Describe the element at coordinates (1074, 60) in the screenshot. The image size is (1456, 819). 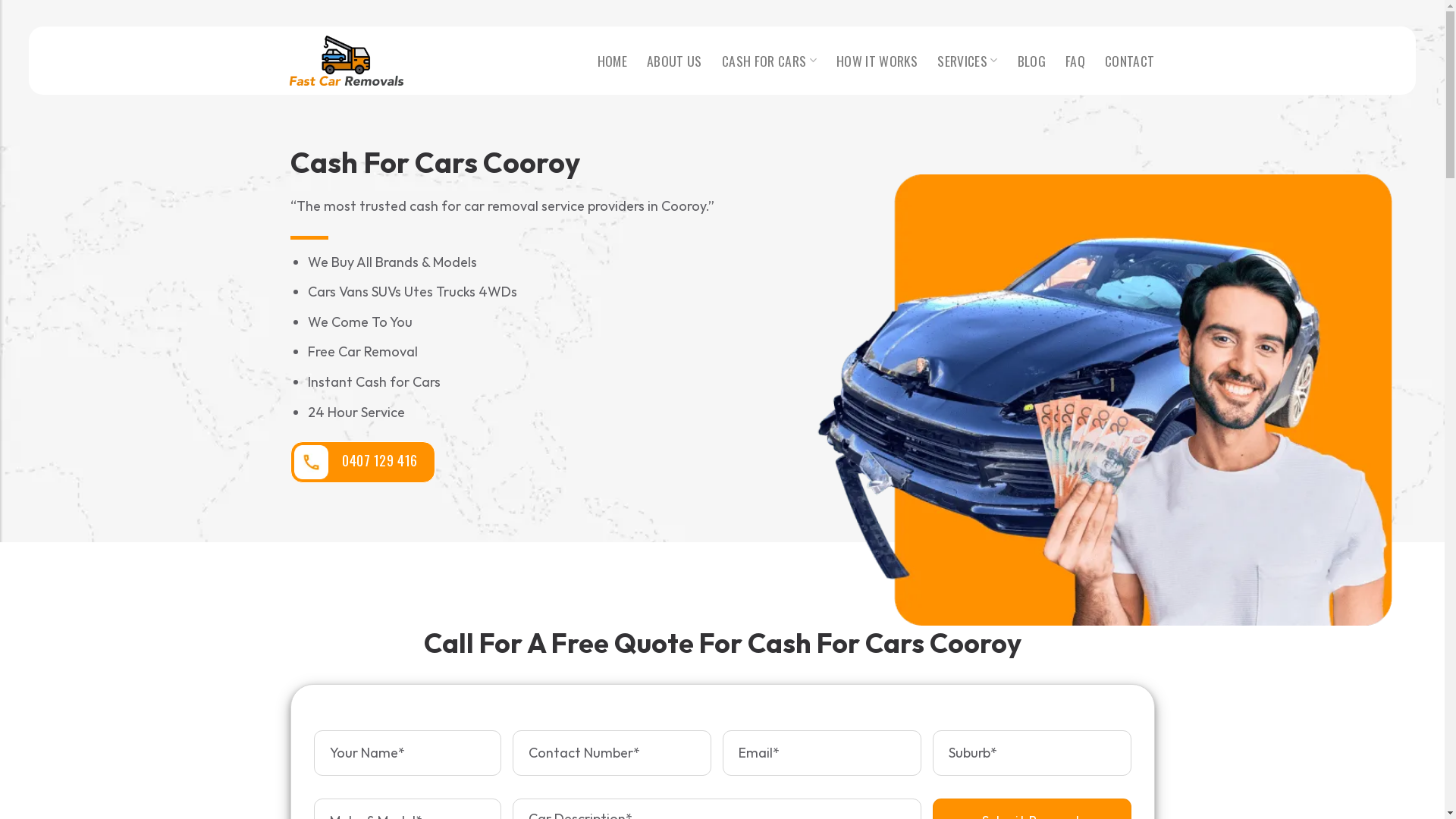
I see `'FAQ'` at that location.